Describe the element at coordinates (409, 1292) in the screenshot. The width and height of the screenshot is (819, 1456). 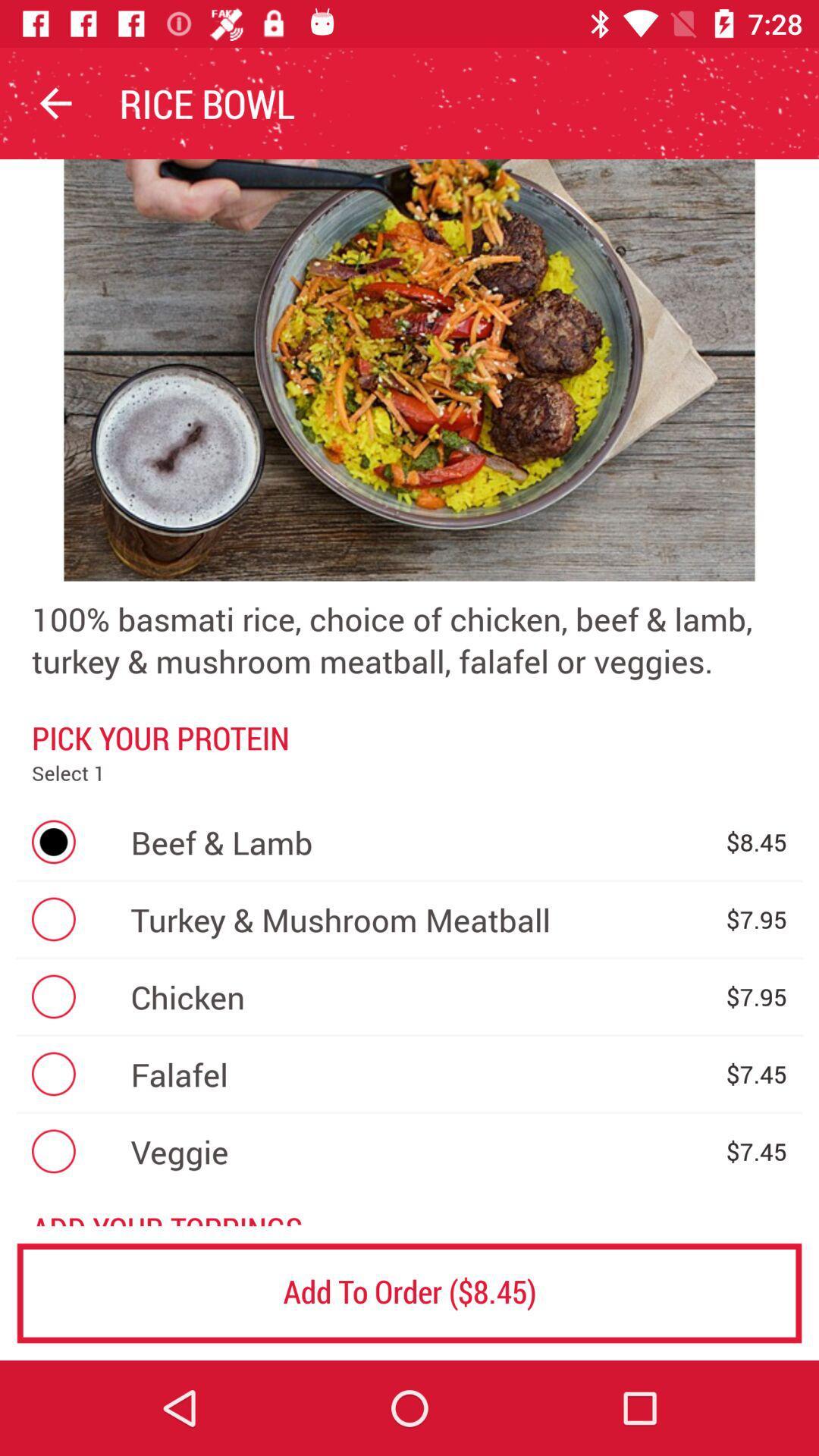
I see `the icon below the add your toppings item` at that location.